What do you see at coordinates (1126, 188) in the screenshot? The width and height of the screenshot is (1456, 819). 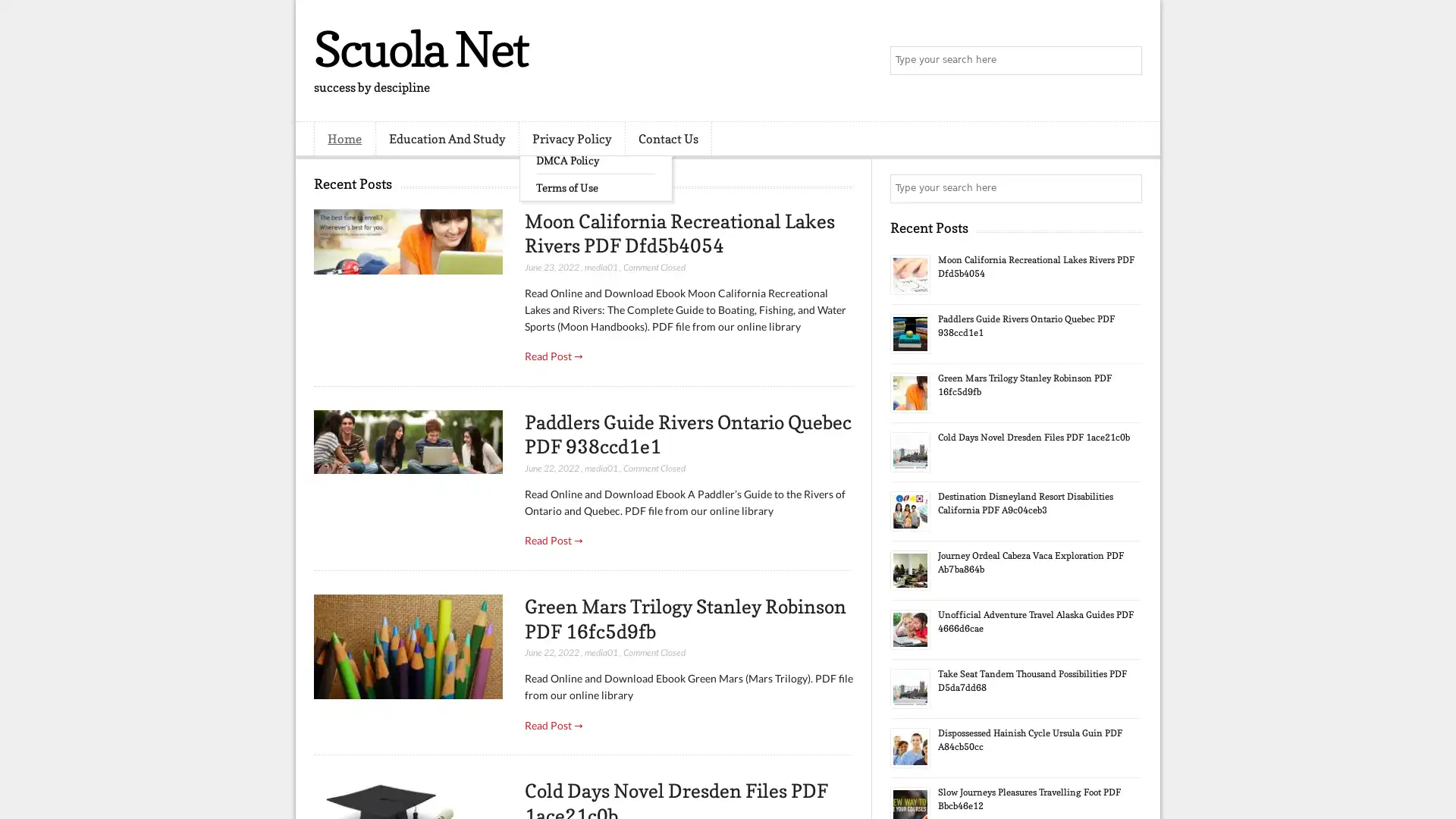 I see `Search` at bounding box center [1126, 188].